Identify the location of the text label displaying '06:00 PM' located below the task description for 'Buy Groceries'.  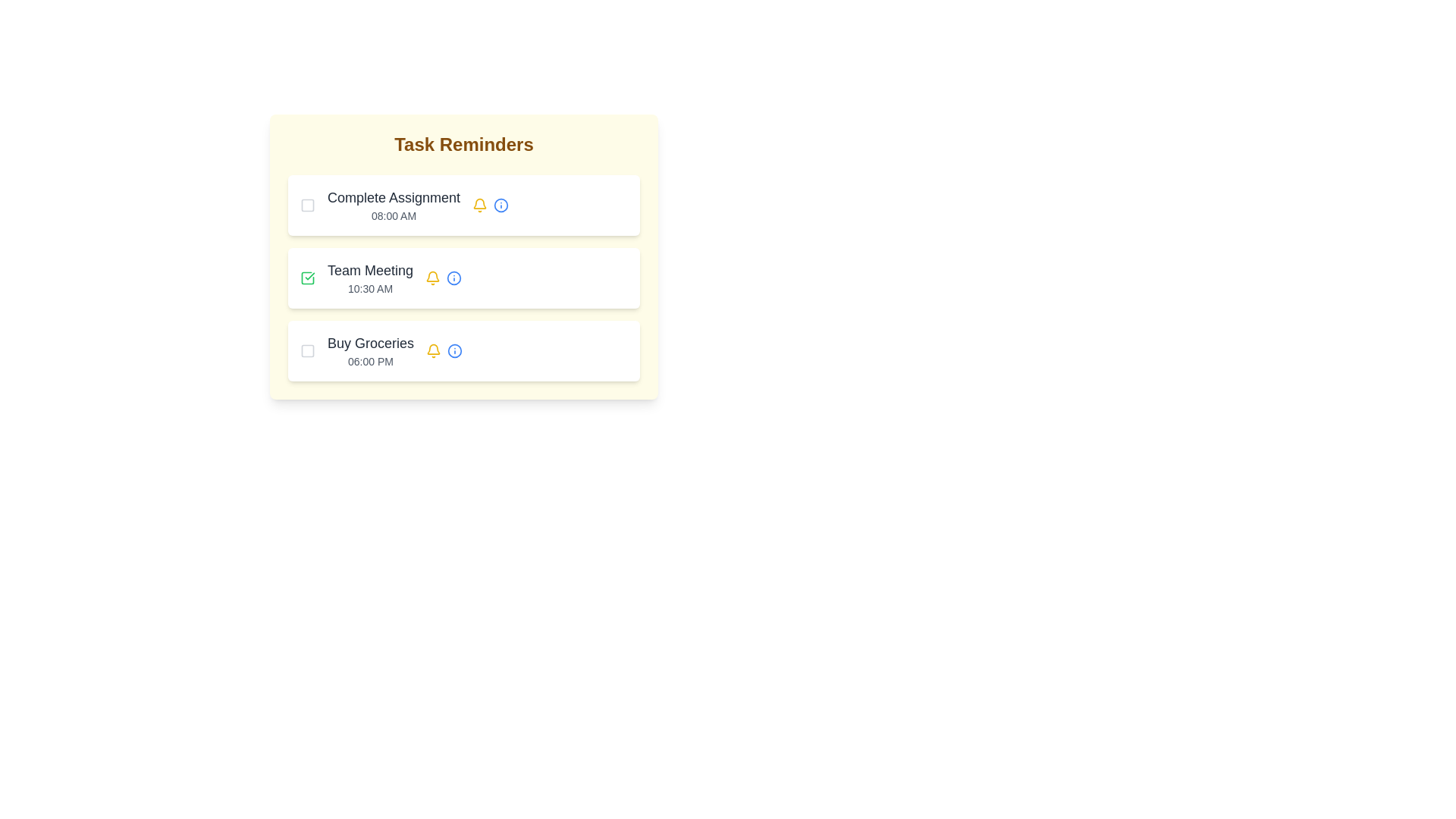
(371, 362).